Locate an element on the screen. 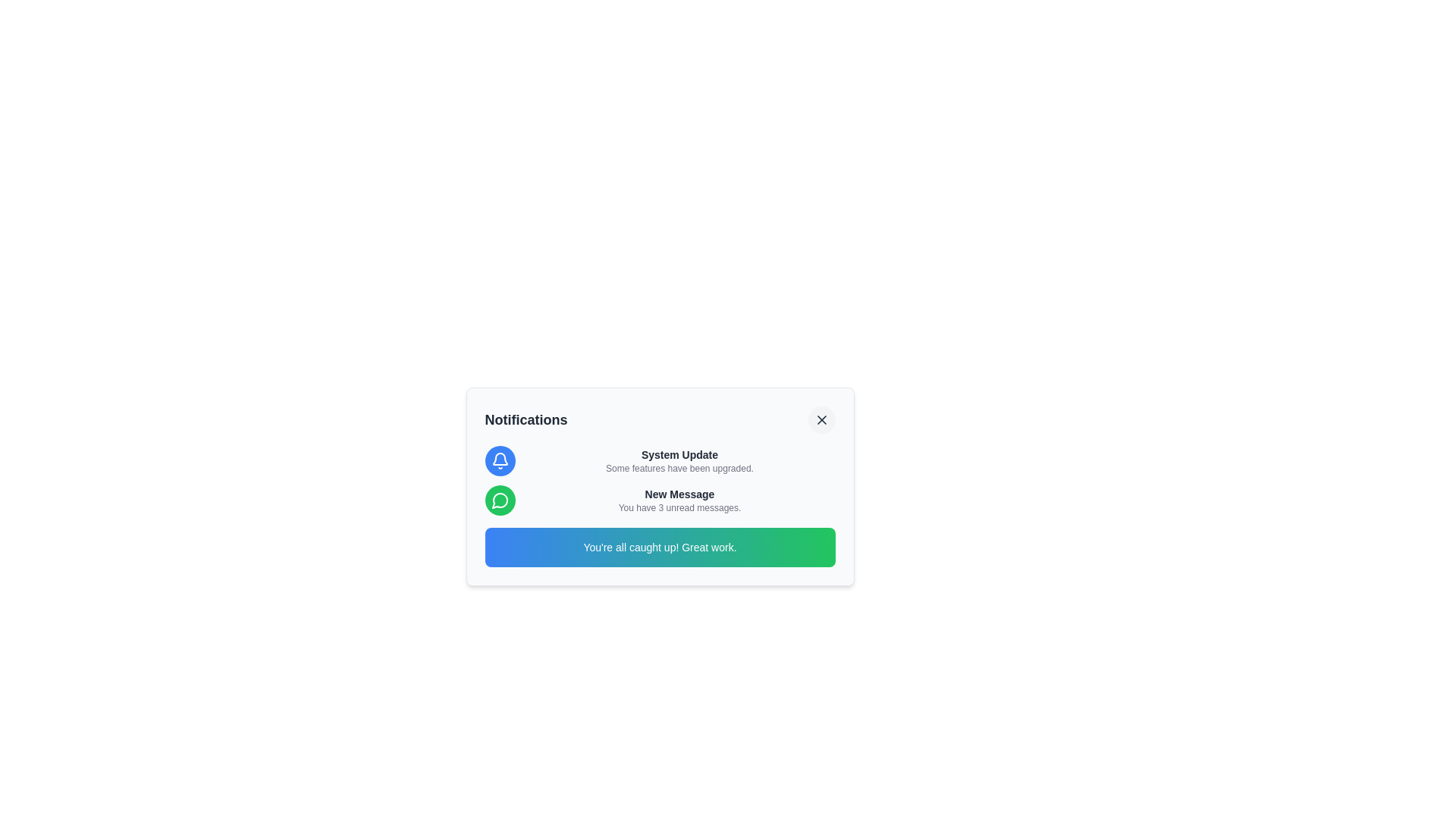  the cross-shaped icon resembling an 'X' with a black stroke is located at coordinates (821, 420).